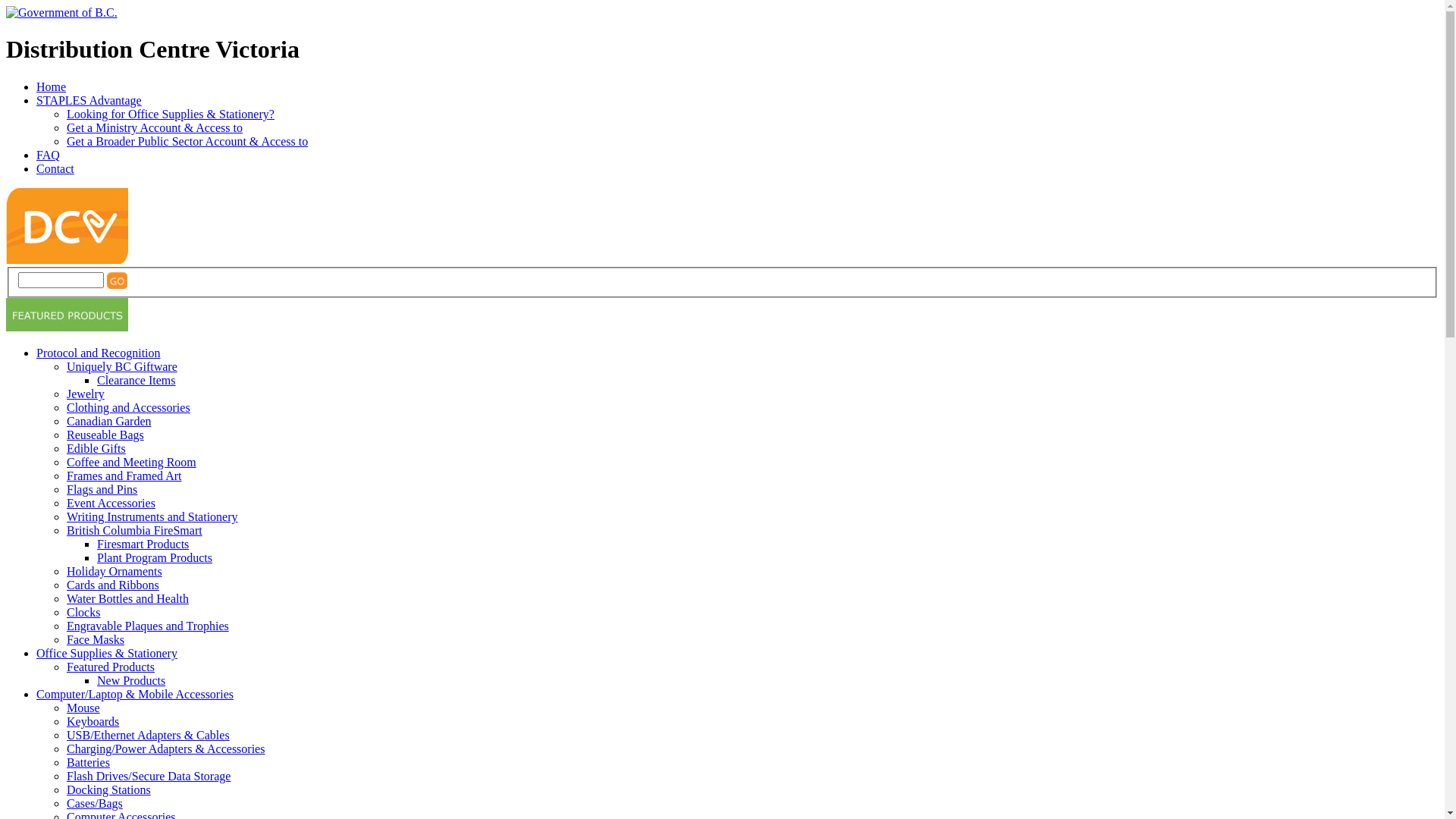  Describe the element at coordinates (65, 762) in the screenshot. I see `'Batteries'` at that location.